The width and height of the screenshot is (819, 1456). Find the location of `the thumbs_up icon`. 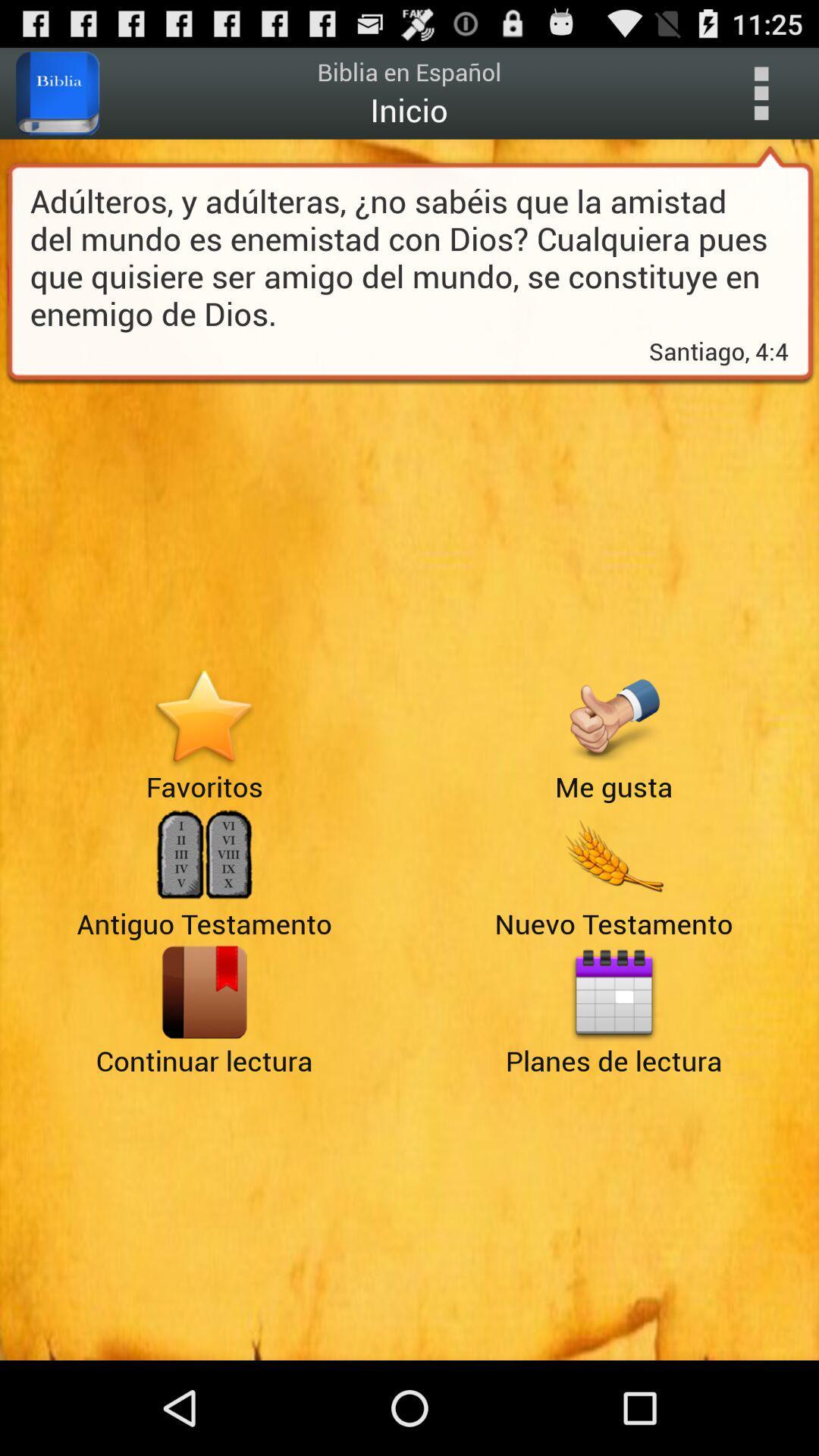

the thumbs_up icon is located at coordinates (613, 768).